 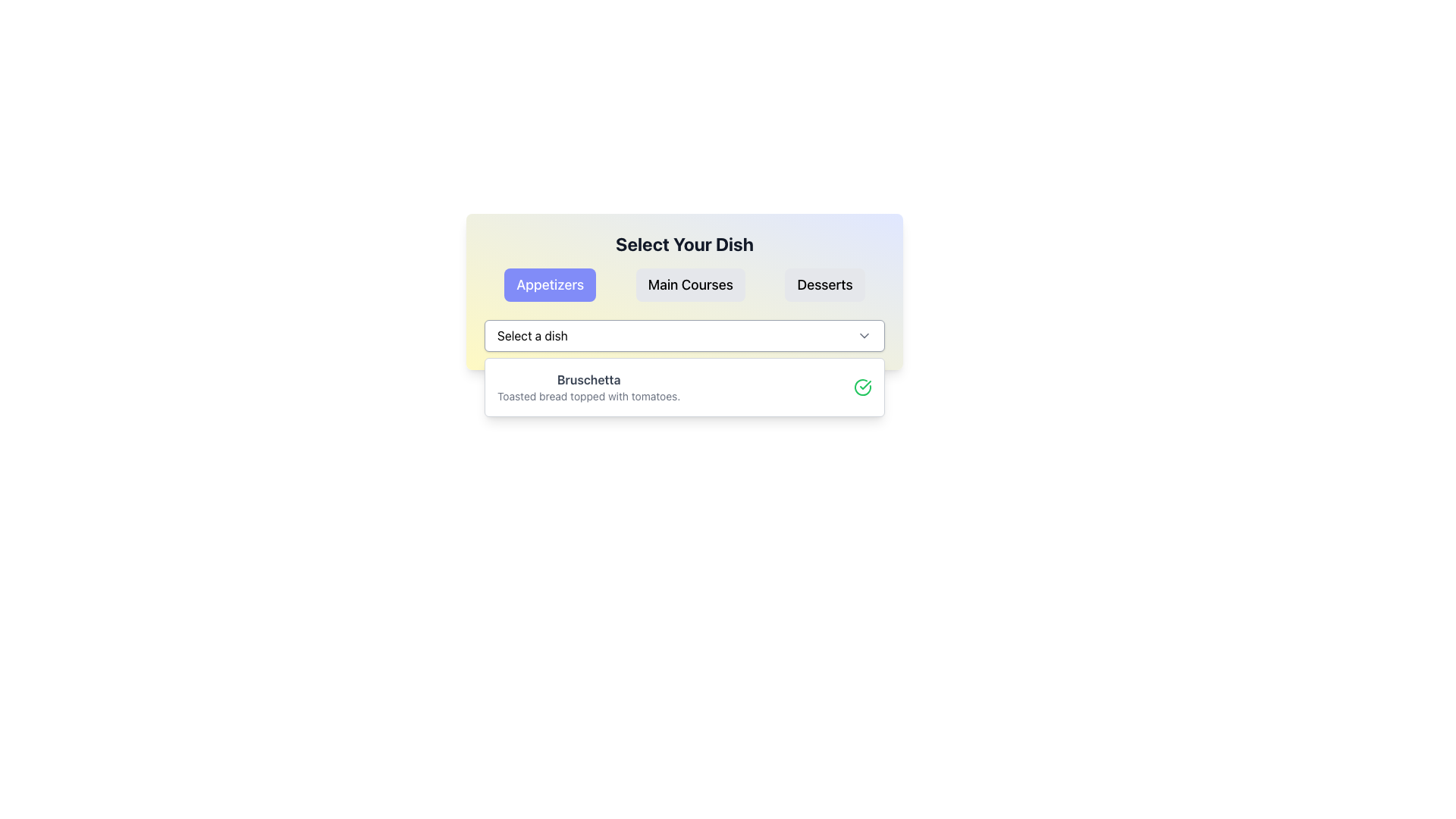 What do you see at coordinates (588, 379) in the screenshot?
I see `the bold dark gray text label displaying 'Bruschetta'` at bounding box center [588, 379].